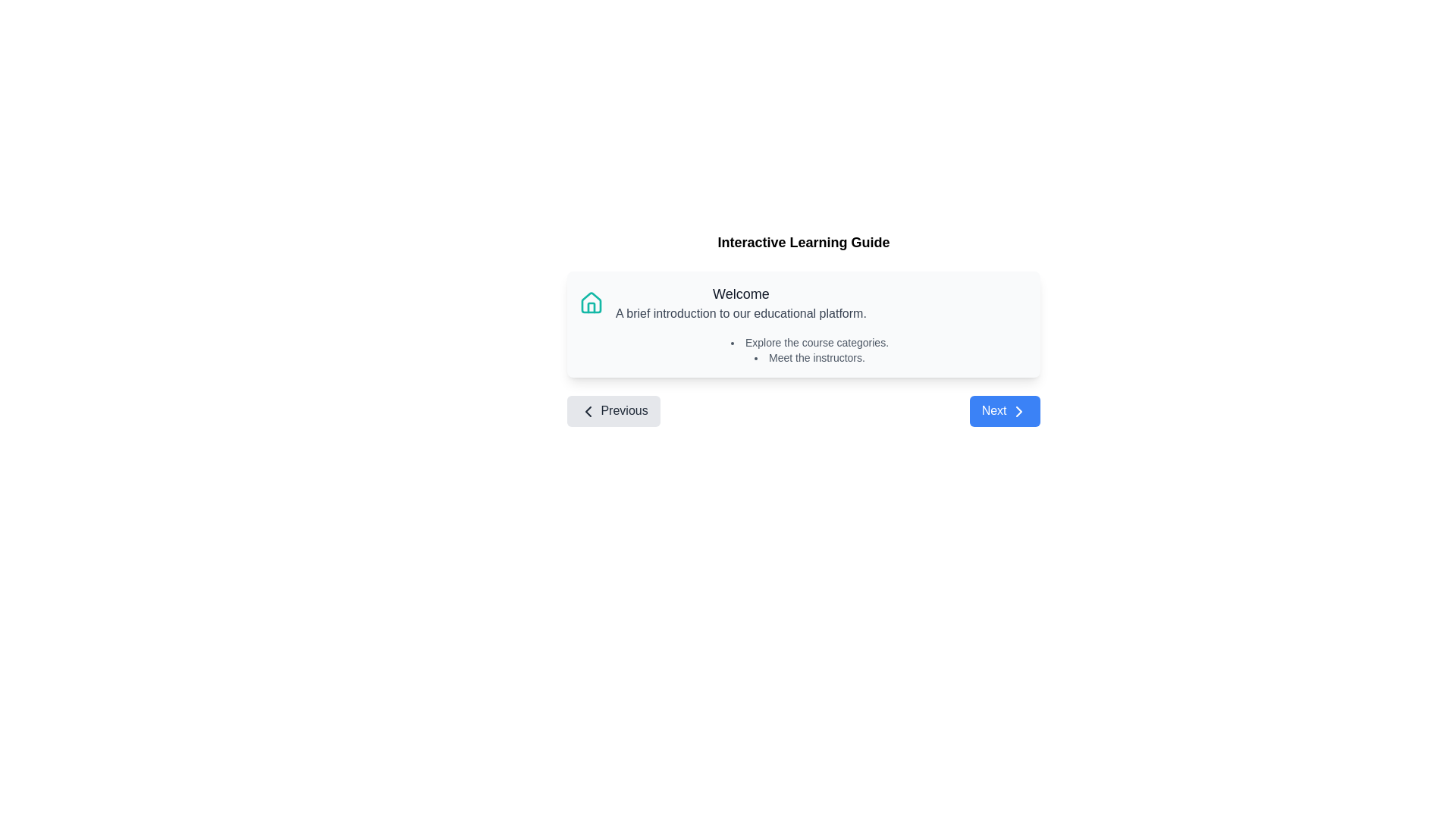  I want to click on the 'Next' button located in the bottom-right corner of the interface, which contains the chevron arrow icon, so click(1019, 411).